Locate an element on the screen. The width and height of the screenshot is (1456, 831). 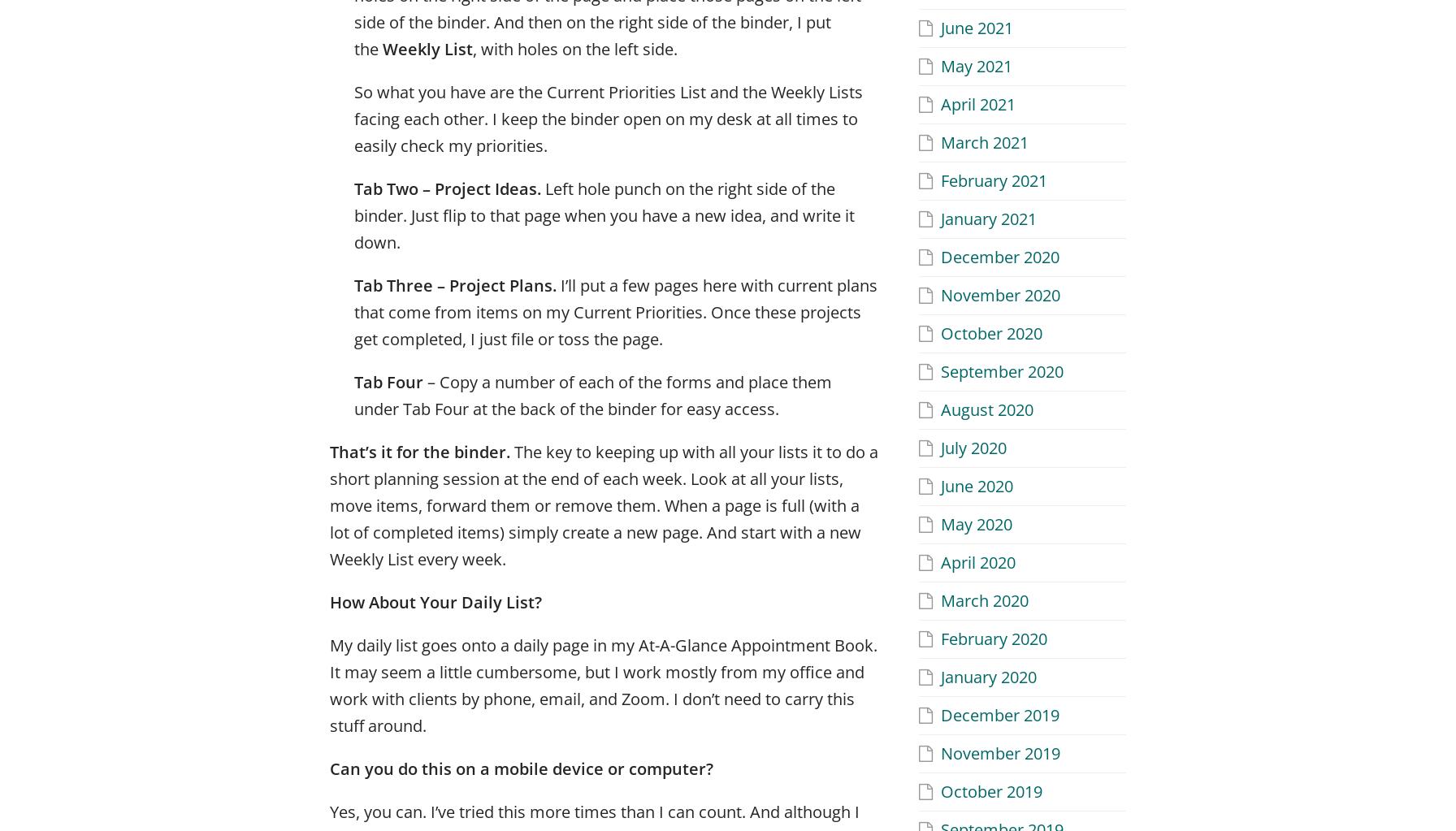
'That’s it for the binder.' is located at coordinates (422, 451).